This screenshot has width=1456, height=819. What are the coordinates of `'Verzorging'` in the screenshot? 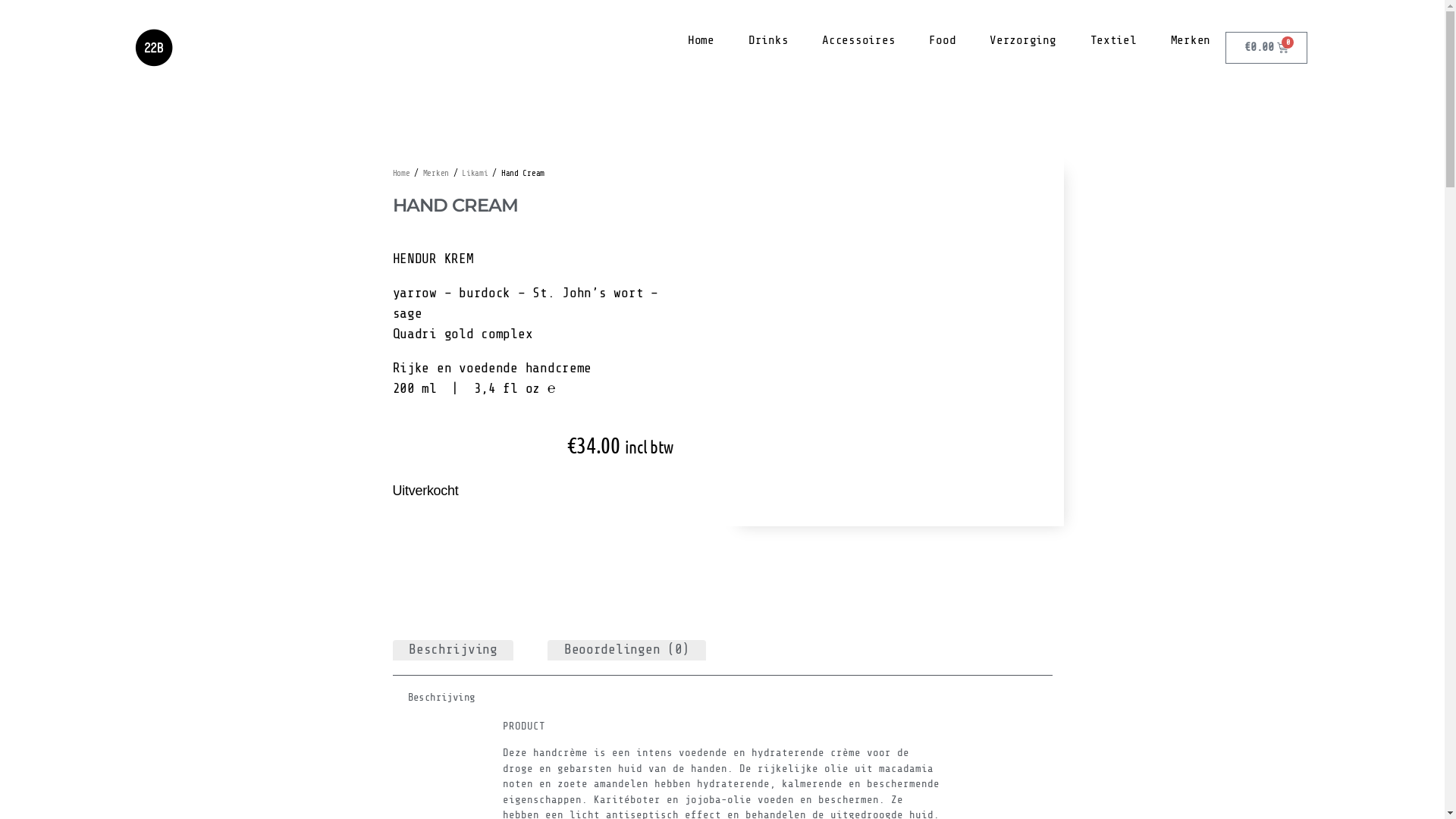 It's located at (1022, 39).